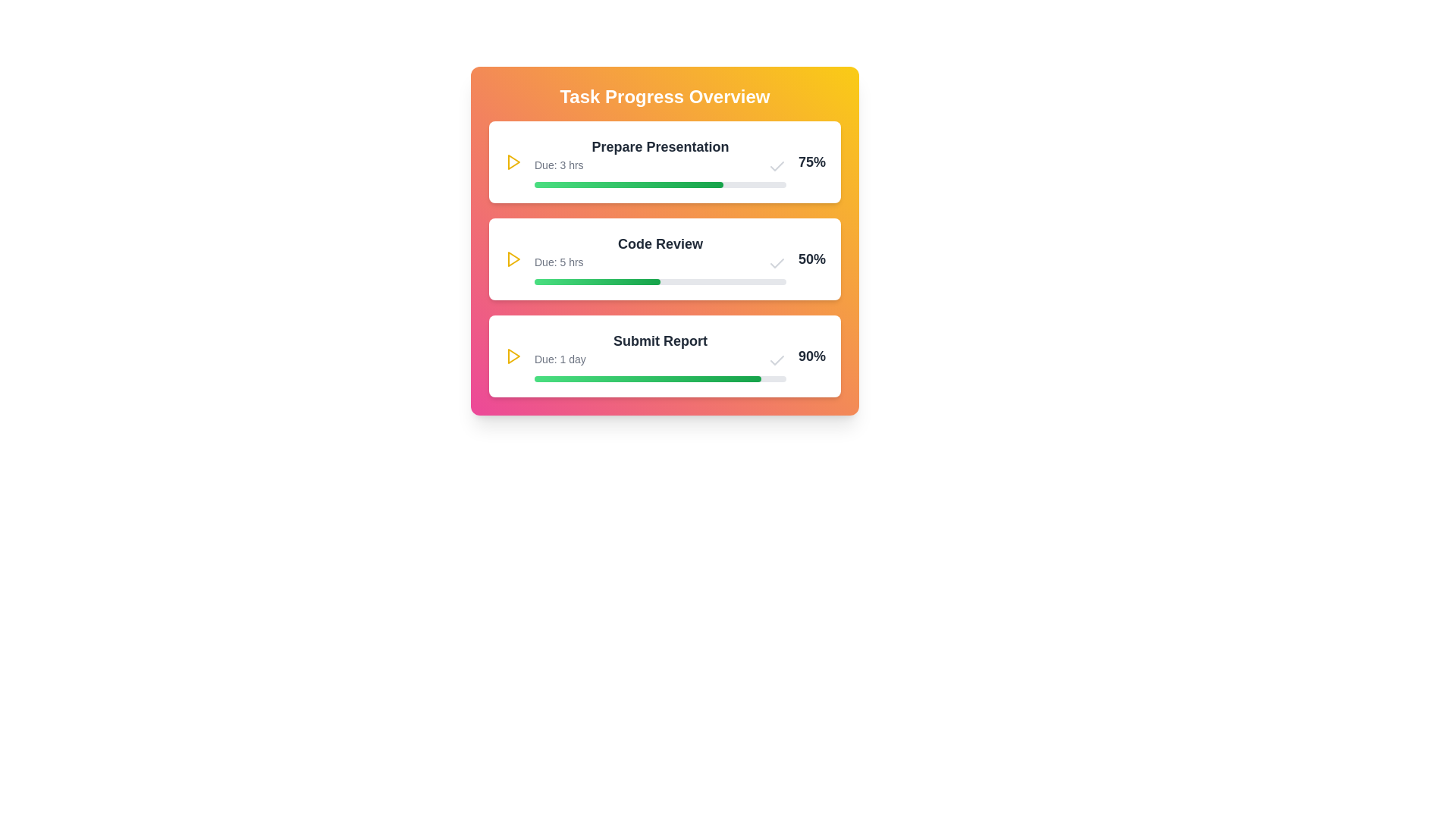  Describe the element at coordinates (513, 162) in the screenshot. I see `the triangular yellow play icon located to the left of the 'Prepare Presentation' text in the top left corner of the first card to initiate the task` at that location.